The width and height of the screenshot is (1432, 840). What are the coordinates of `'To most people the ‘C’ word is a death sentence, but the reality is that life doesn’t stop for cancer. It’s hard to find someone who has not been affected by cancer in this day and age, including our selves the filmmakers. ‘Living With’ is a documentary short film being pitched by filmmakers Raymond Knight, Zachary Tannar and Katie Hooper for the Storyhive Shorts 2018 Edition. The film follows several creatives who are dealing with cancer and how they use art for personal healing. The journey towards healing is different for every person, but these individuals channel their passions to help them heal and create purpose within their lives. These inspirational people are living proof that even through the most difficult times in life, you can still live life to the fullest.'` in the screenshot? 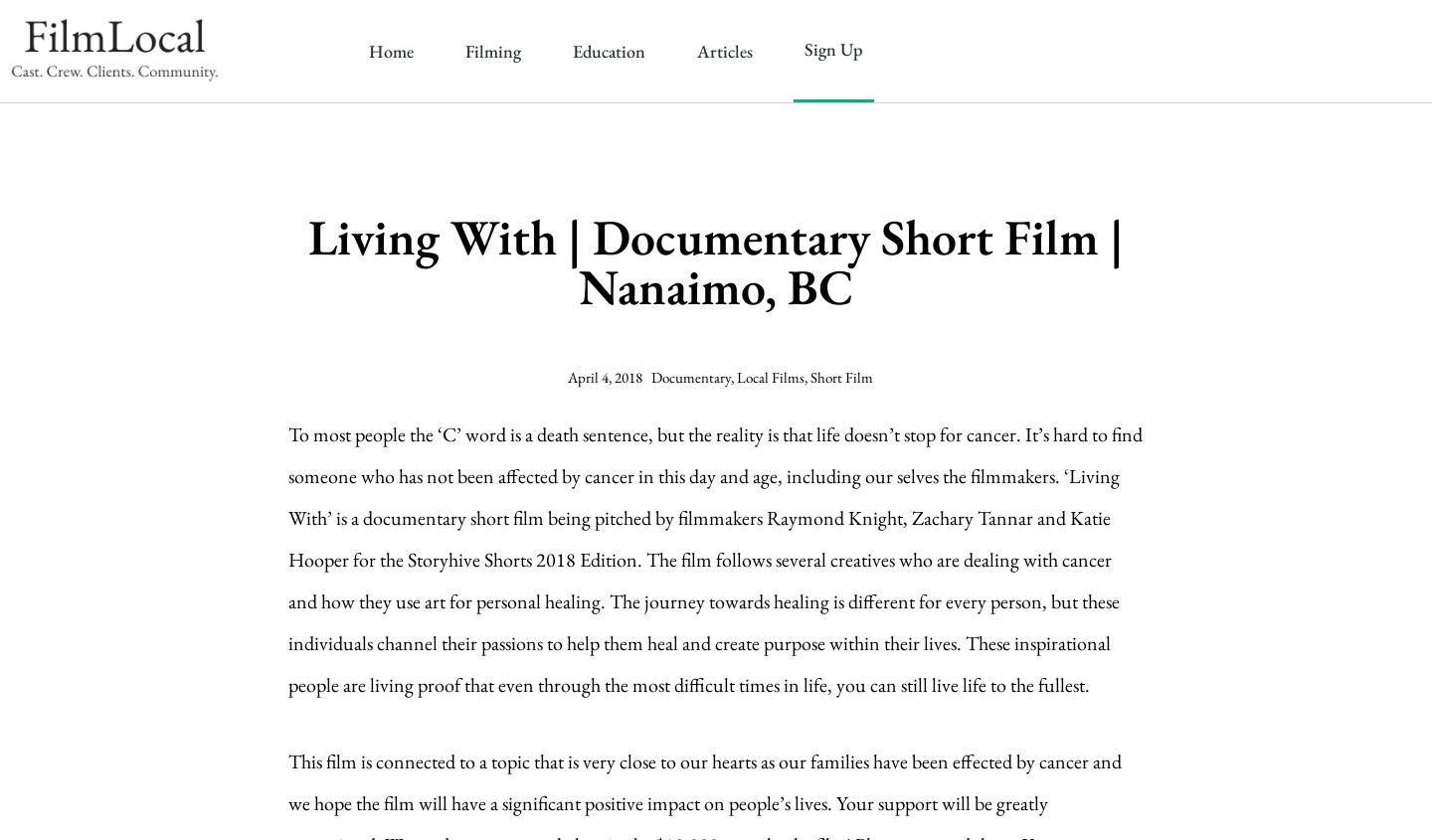 It's located at (715, 559).